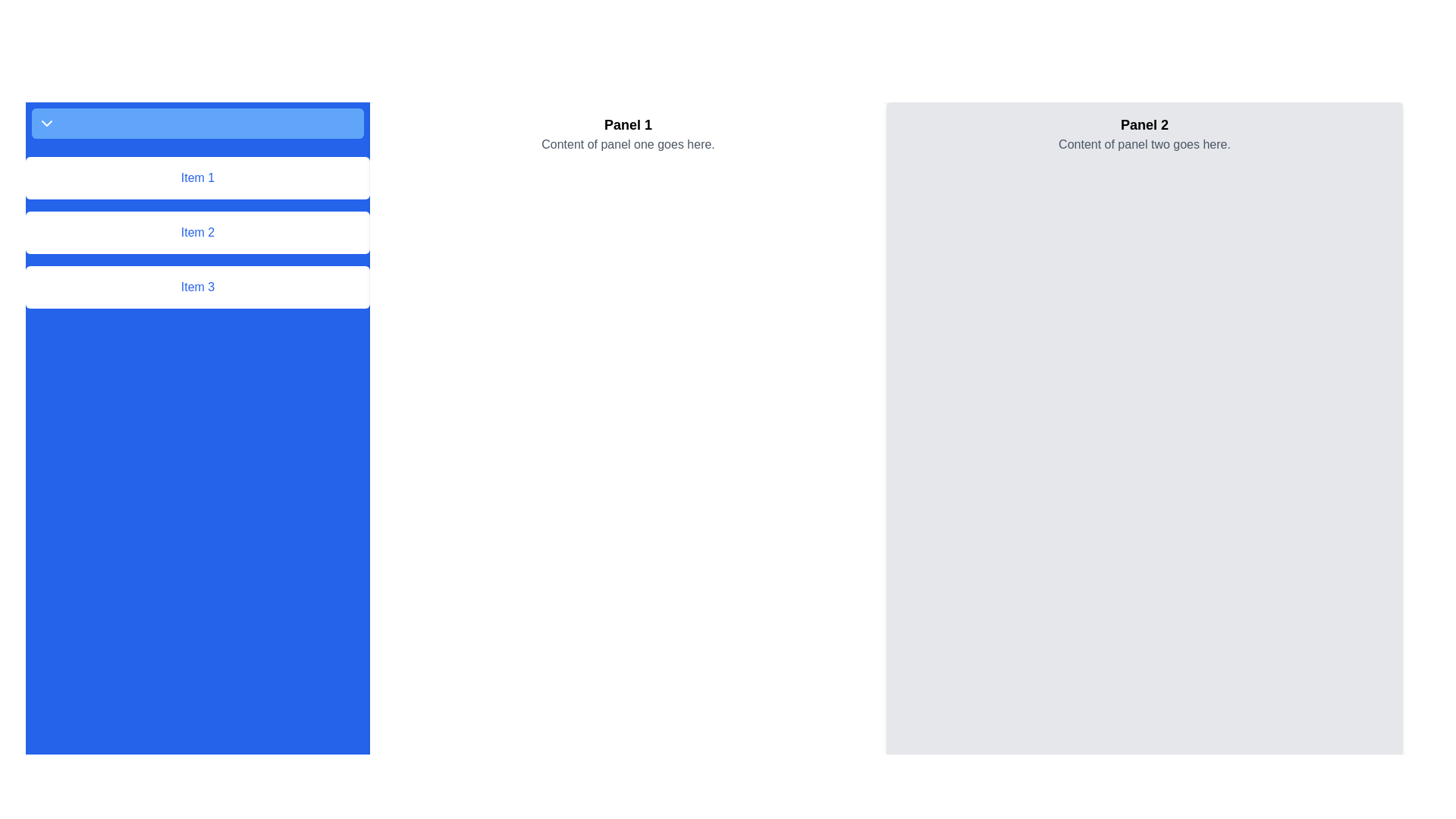 This screenshot has height=819, width=1456. I want to click on the chevron icon located at the leftmost position of the blue-shaded rectangular panel, which controls the display state of a dropdown or collapsible menu, so click(47, 122).